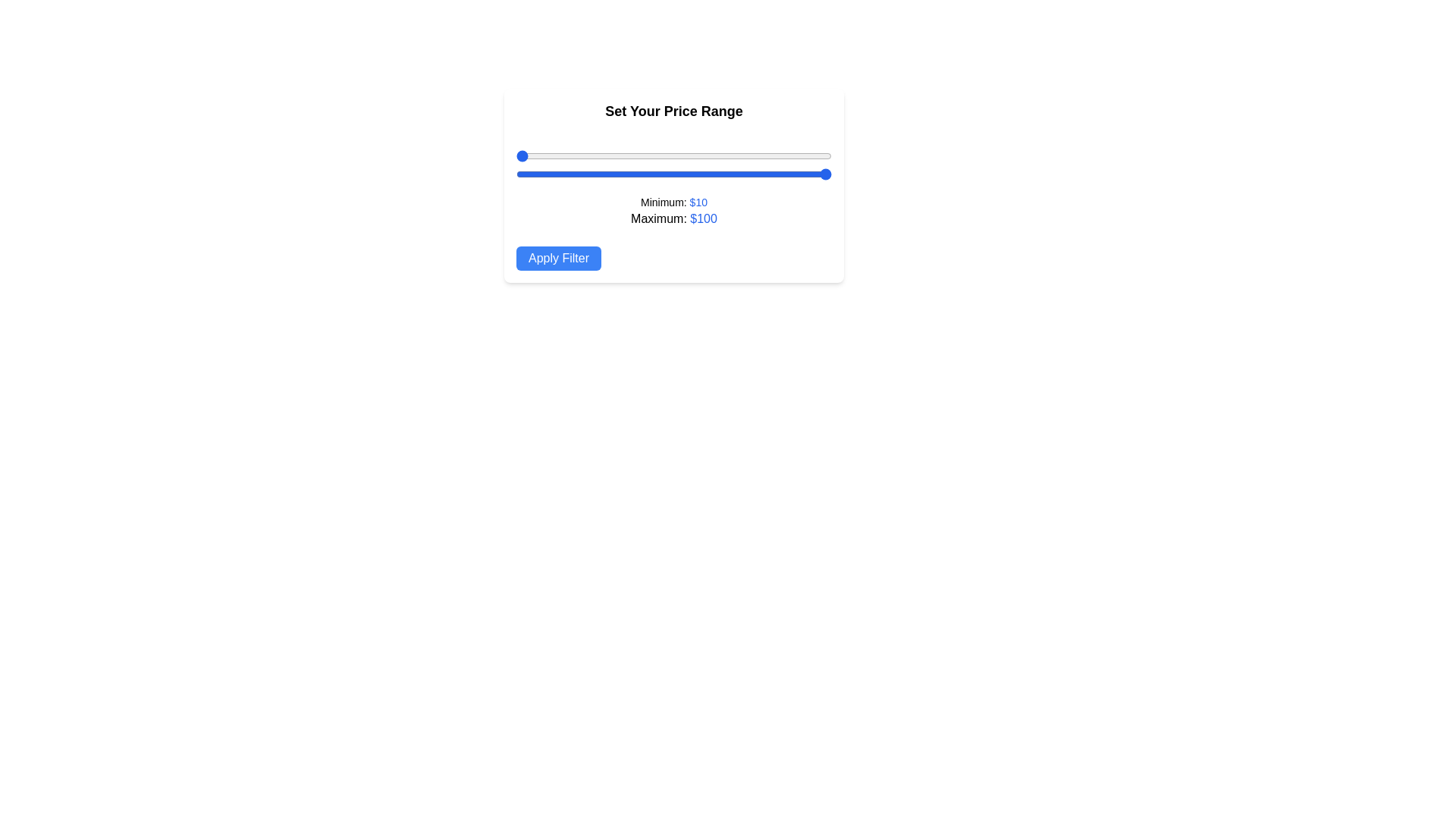 This screenshot has height=819, width=1456. I want to click on the heading text 'Set Your Price Range' which is styled in bold and located at the top of the price range selection card, so click(673, 110).